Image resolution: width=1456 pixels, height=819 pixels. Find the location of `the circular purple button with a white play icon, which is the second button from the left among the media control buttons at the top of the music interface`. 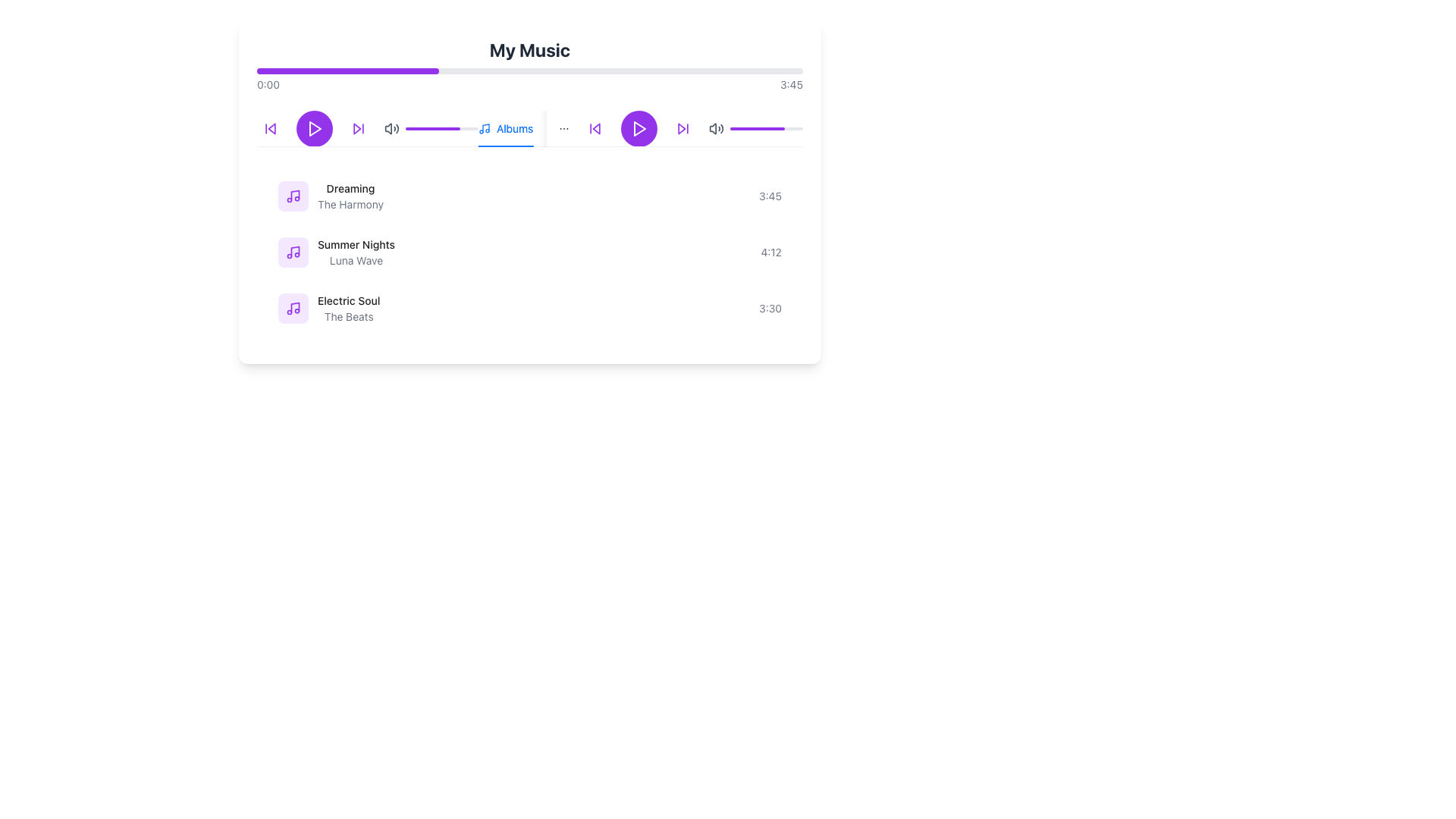

the circular purple button with a white play icon, which is the second button from the left among the media control buttons at the top of the music interface is located at coordinates (313, 127).